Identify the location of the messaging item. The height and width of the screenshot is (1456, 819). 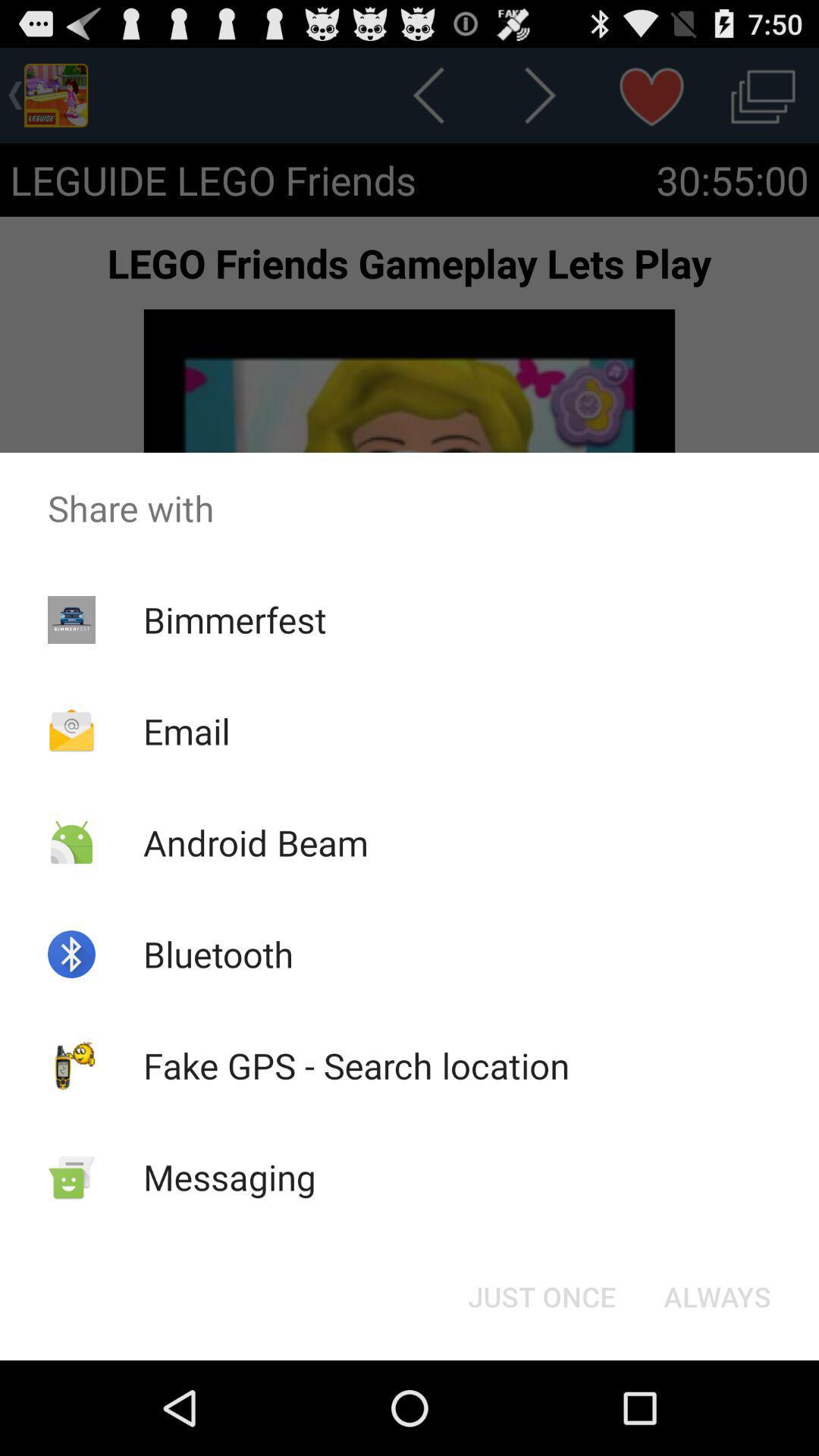
(230, 1176).